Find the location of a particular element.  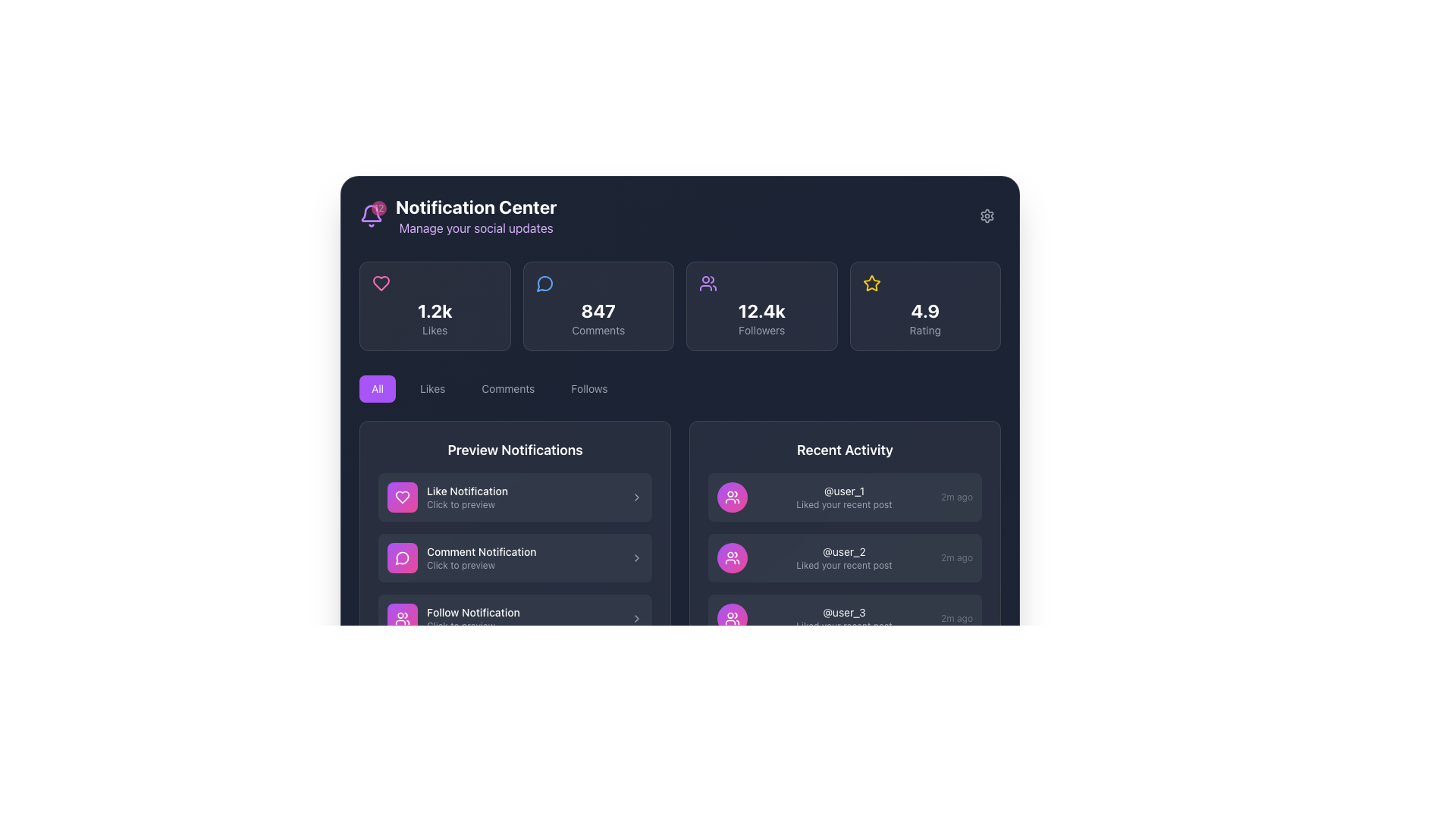

the rounded rectangular button with a purple background and white text that reads 'All' is located at coordinates (378, 388).